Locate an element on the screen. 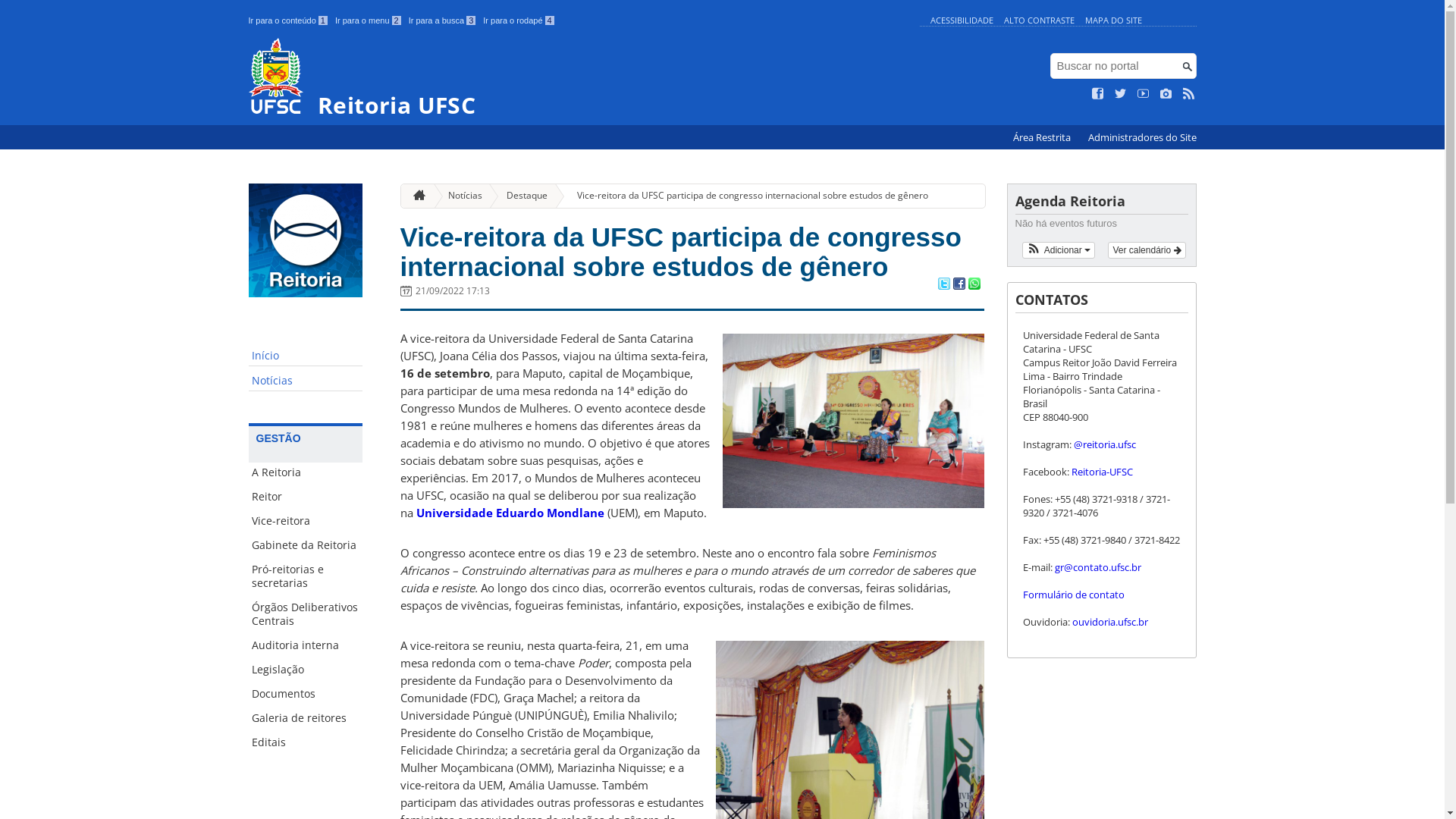  'Gabinete da Reitoria' is located at coordinates (305, 544).